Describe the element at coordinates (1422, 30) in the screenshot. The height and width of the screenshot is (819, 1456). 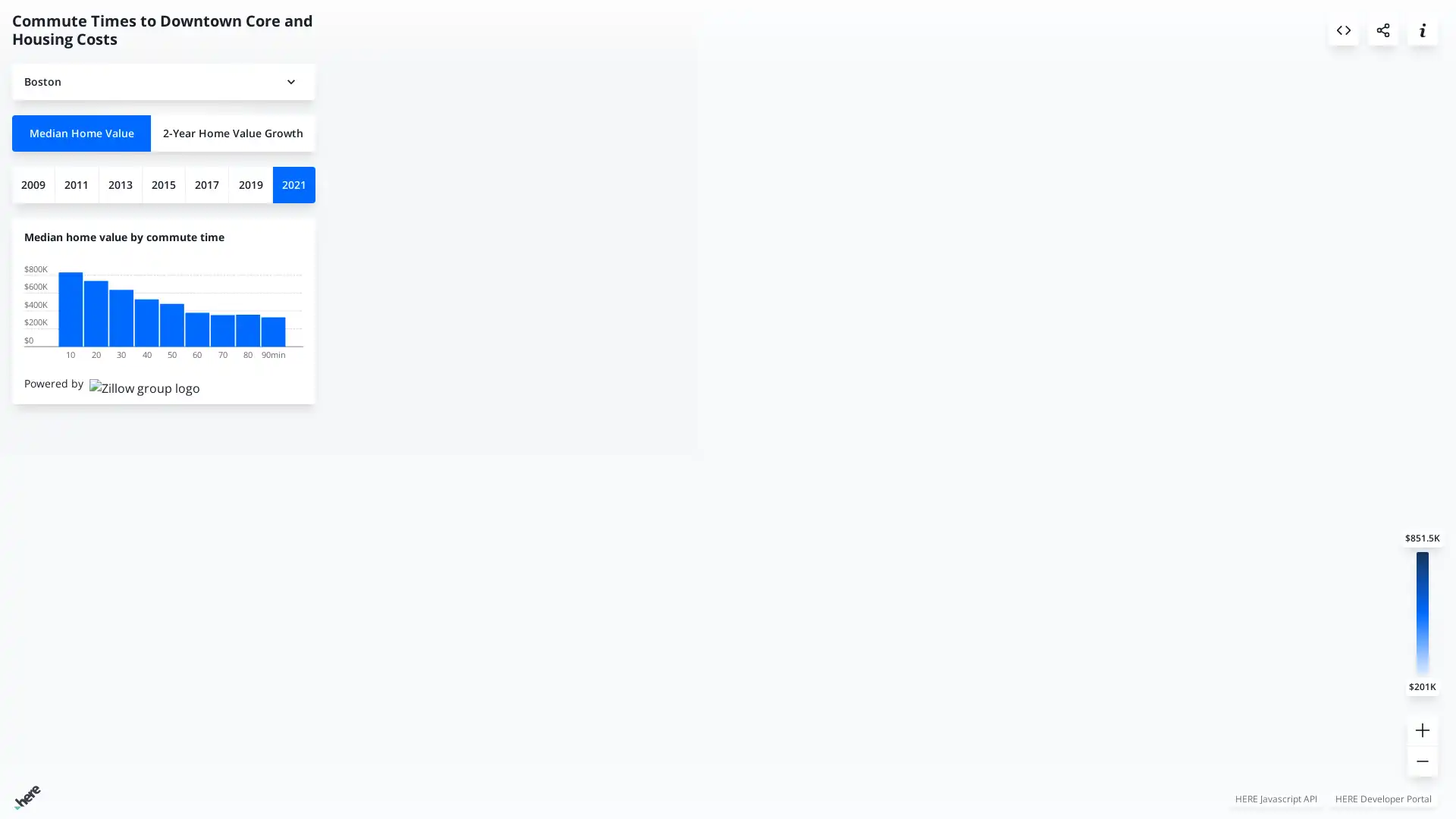
I see `About` at that location.